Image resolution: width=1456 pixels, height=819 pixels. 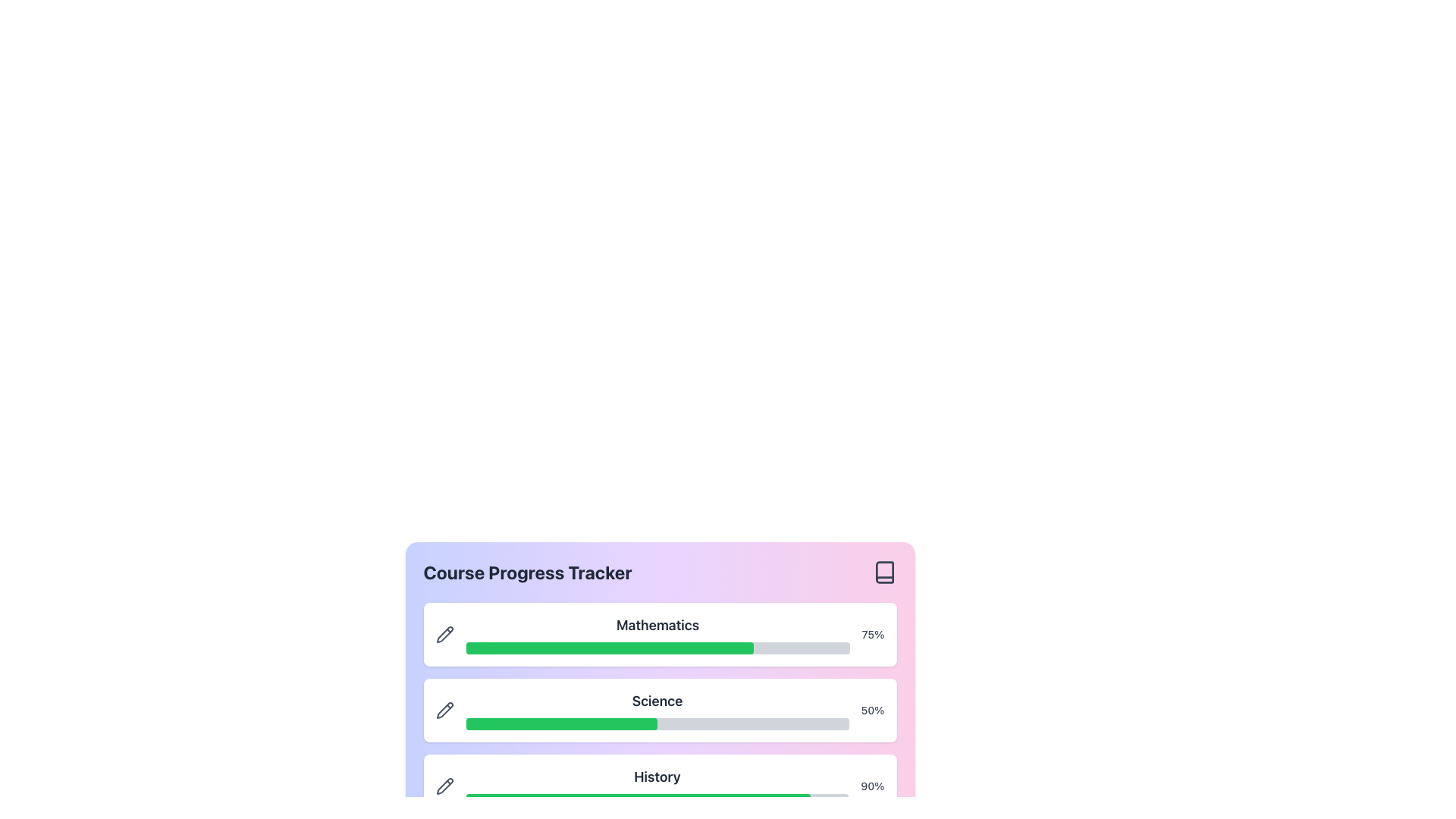 What do you see at coordinates (884, 573) in the screenshot?
I see `the icon representing courses or progress tracking located at the top-right corner of the 'Course Progress Tracker' section` at bounding box center [884, 573].